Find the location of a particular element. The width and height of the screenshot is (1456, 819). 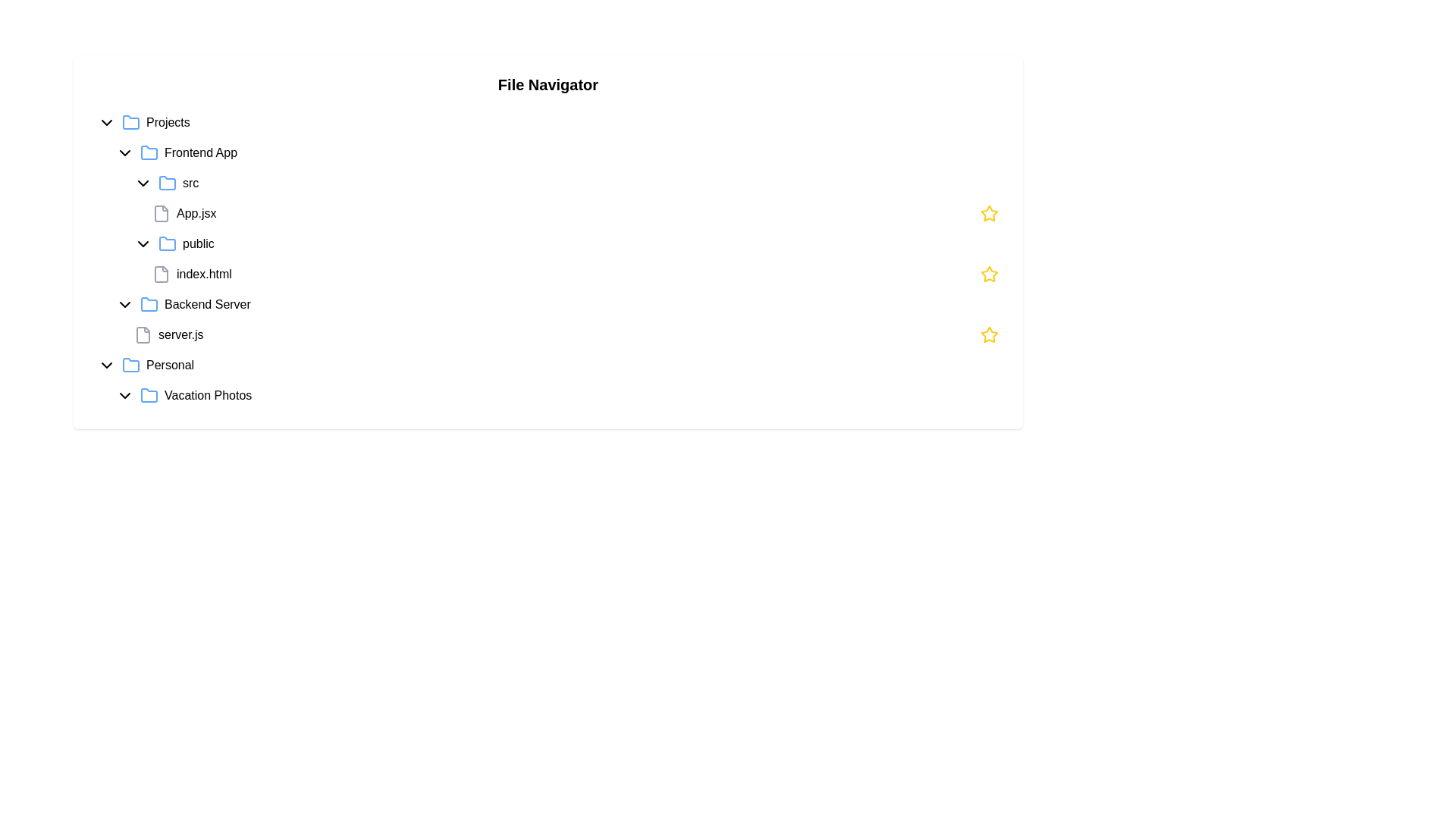

the compact gray file icon located to the left of the text 'App.jsx' is located at coordinates (161, 213).